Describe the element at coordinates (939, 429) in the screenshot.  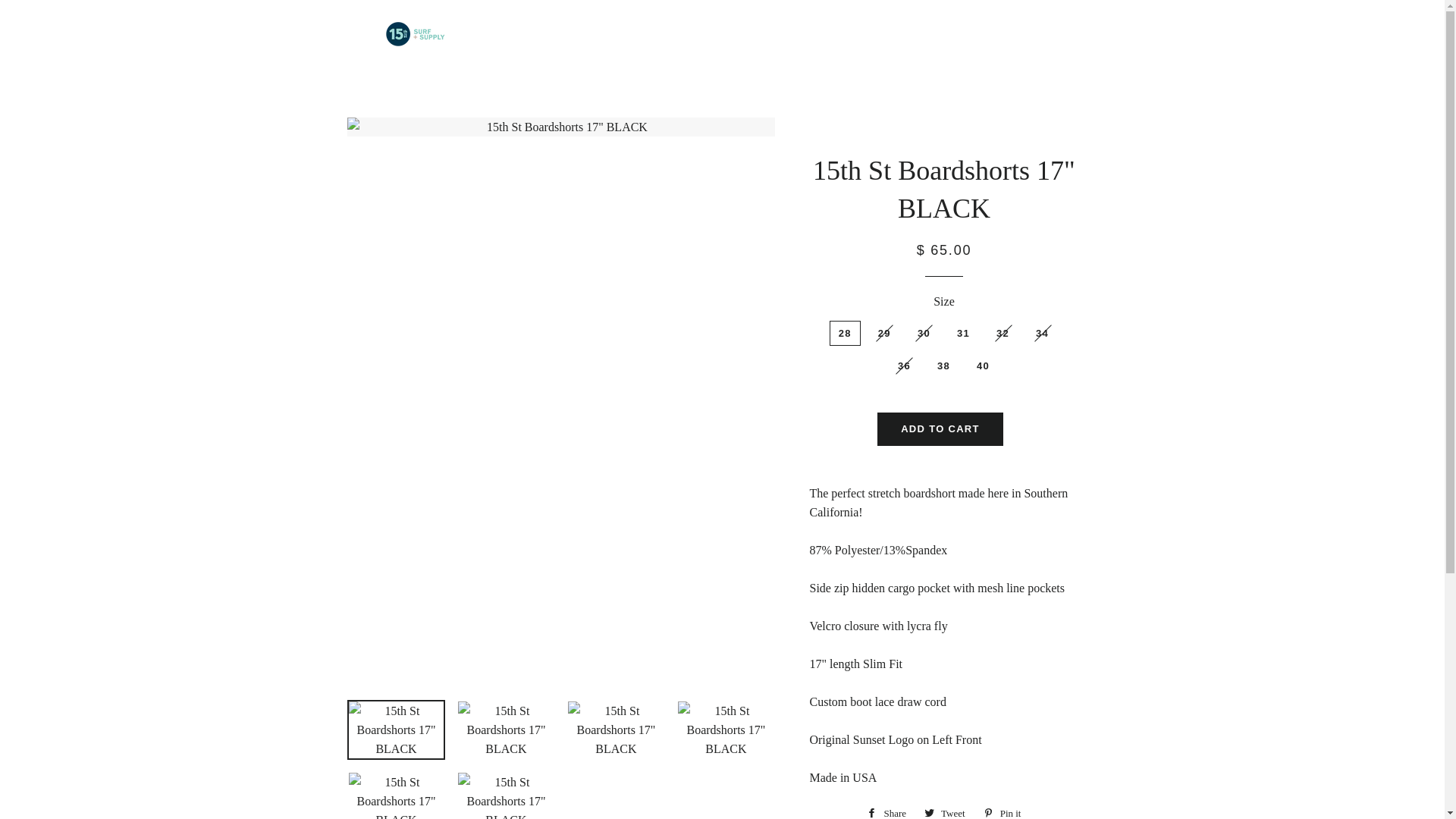
I see `'ADD TO CART'` at that location.